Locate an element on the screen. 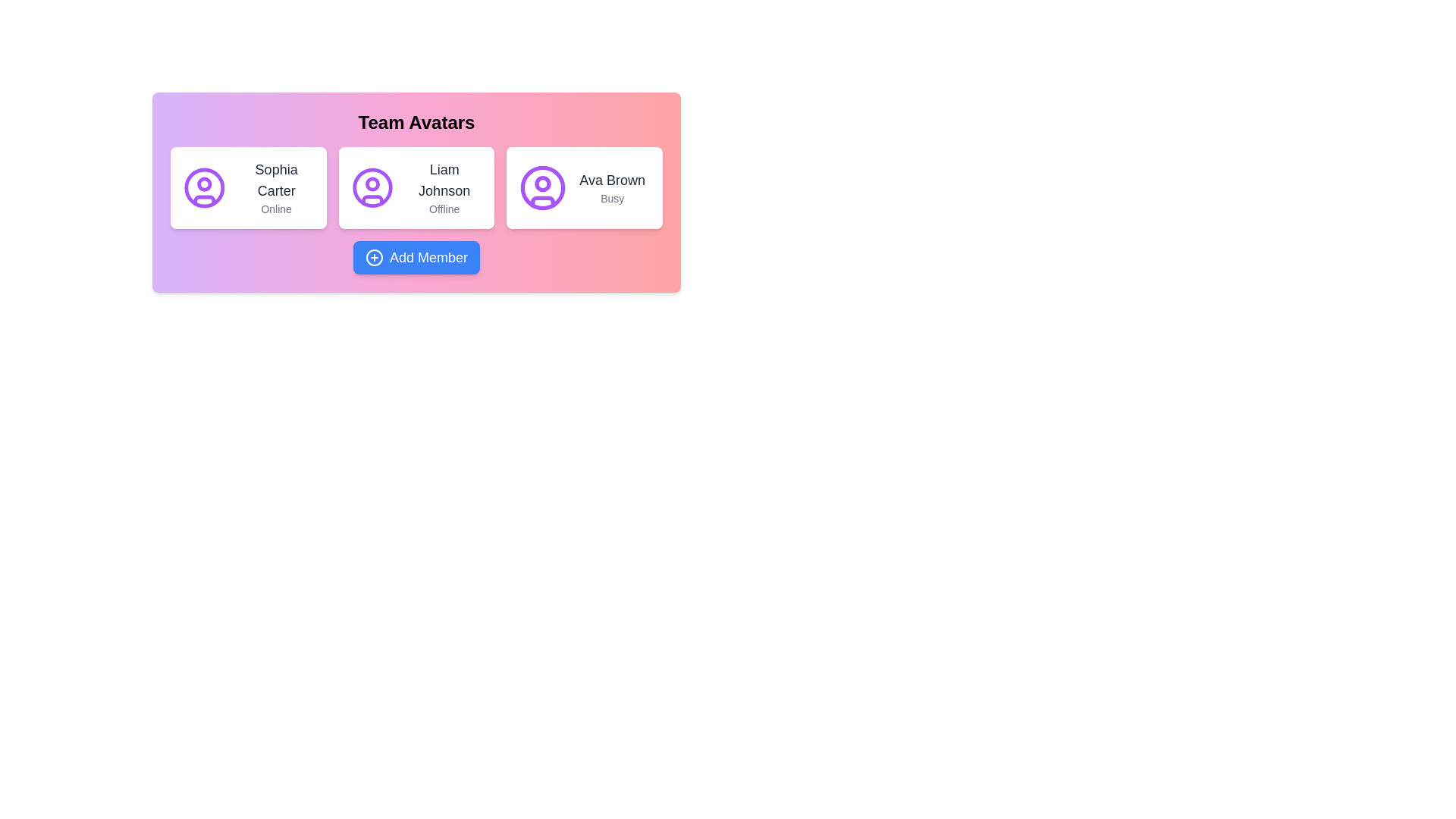  the Informational Card displaying user information, located in the center of a row of three similar cards is located at coordinates (416, 187).